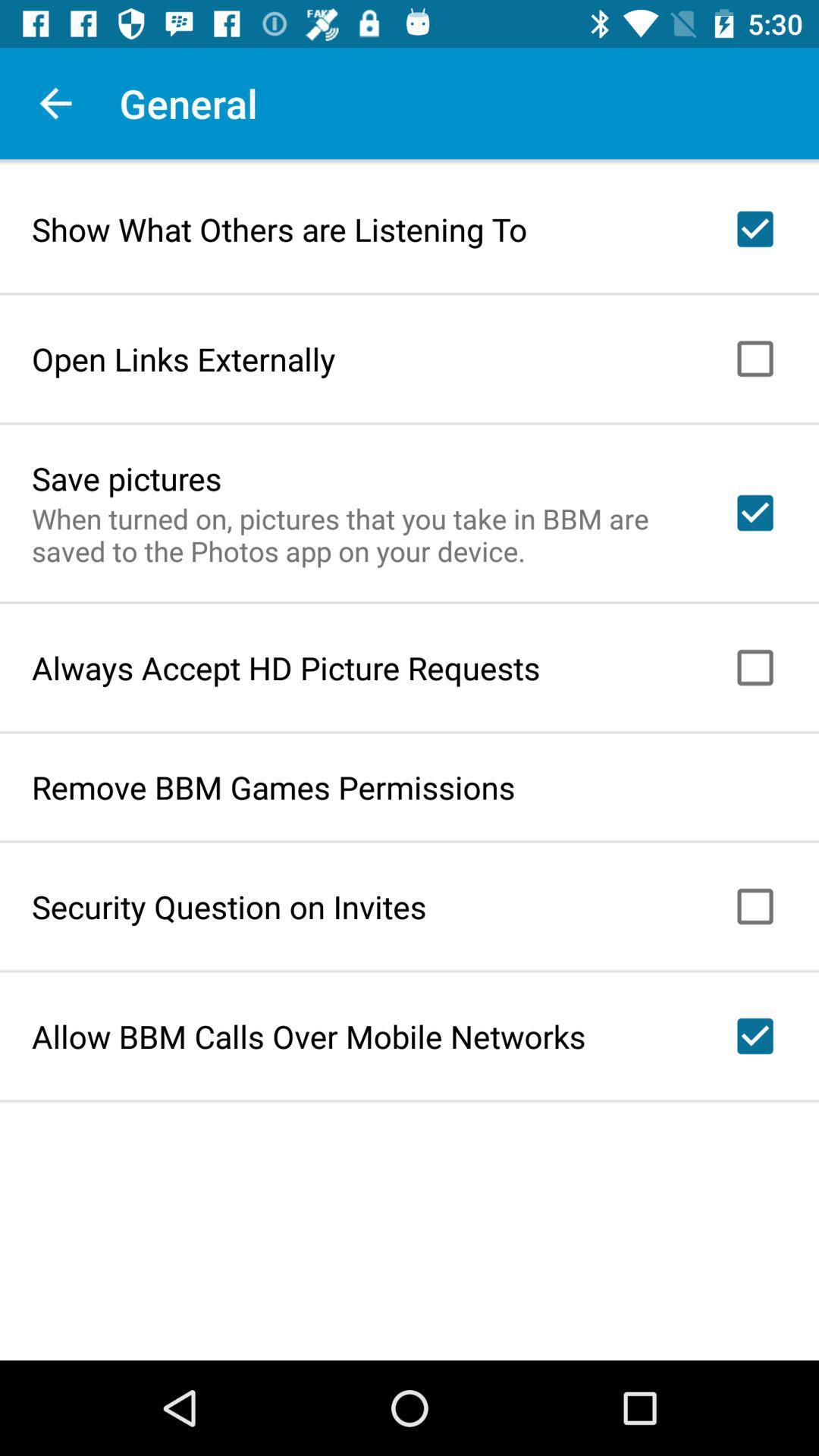 This screenshot has height=1456, width=819. I want to click on the app next to general, so click(55, 102).